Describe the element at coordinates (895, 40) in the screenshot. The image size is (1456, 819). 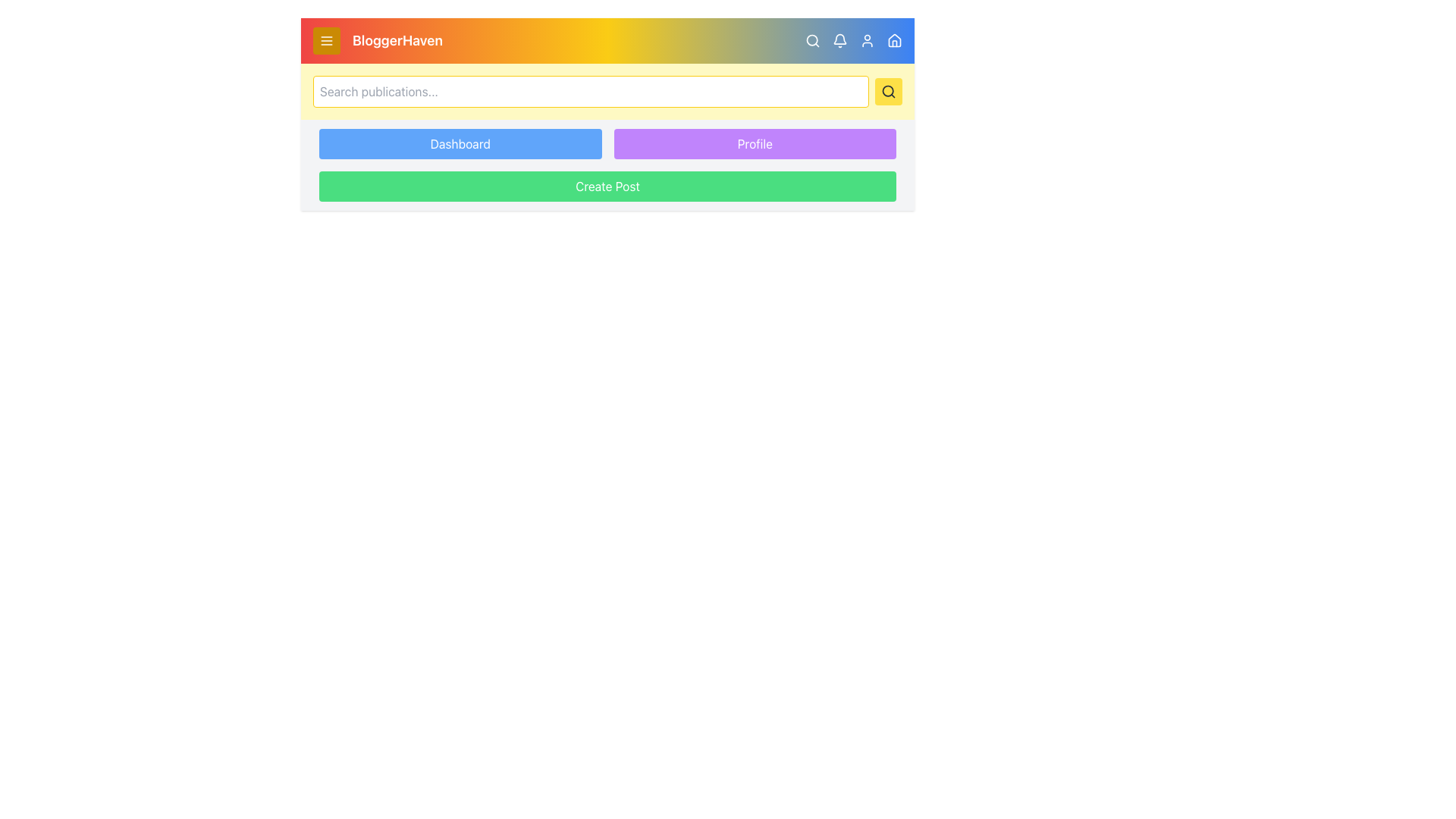
I see `the house-shaped icon button located on a blue background in the top-right section of the navigation bar` at that location.